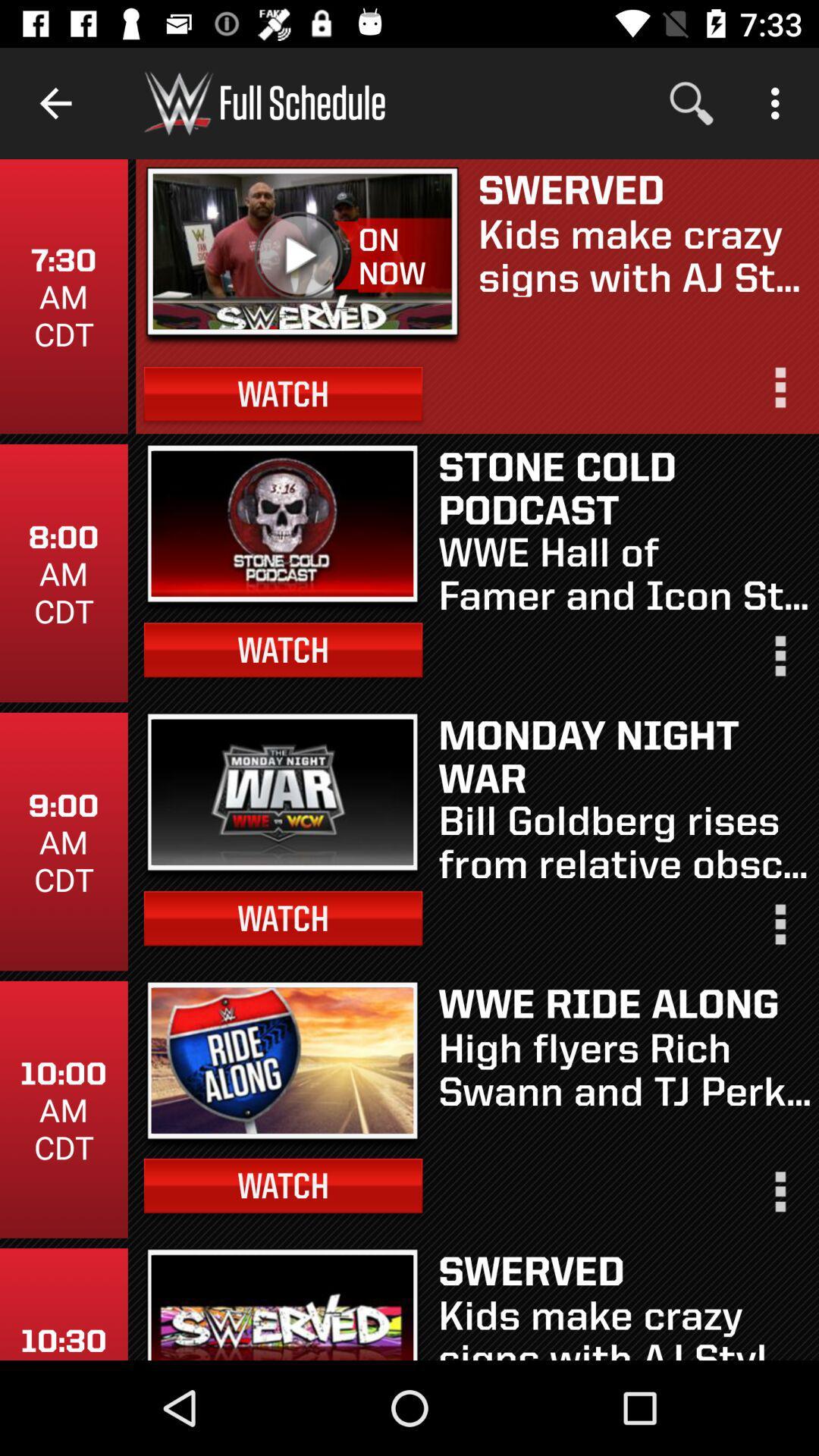  Describe the element at coordinates (779, 394) in the screenshot. I see `video options` at that location.